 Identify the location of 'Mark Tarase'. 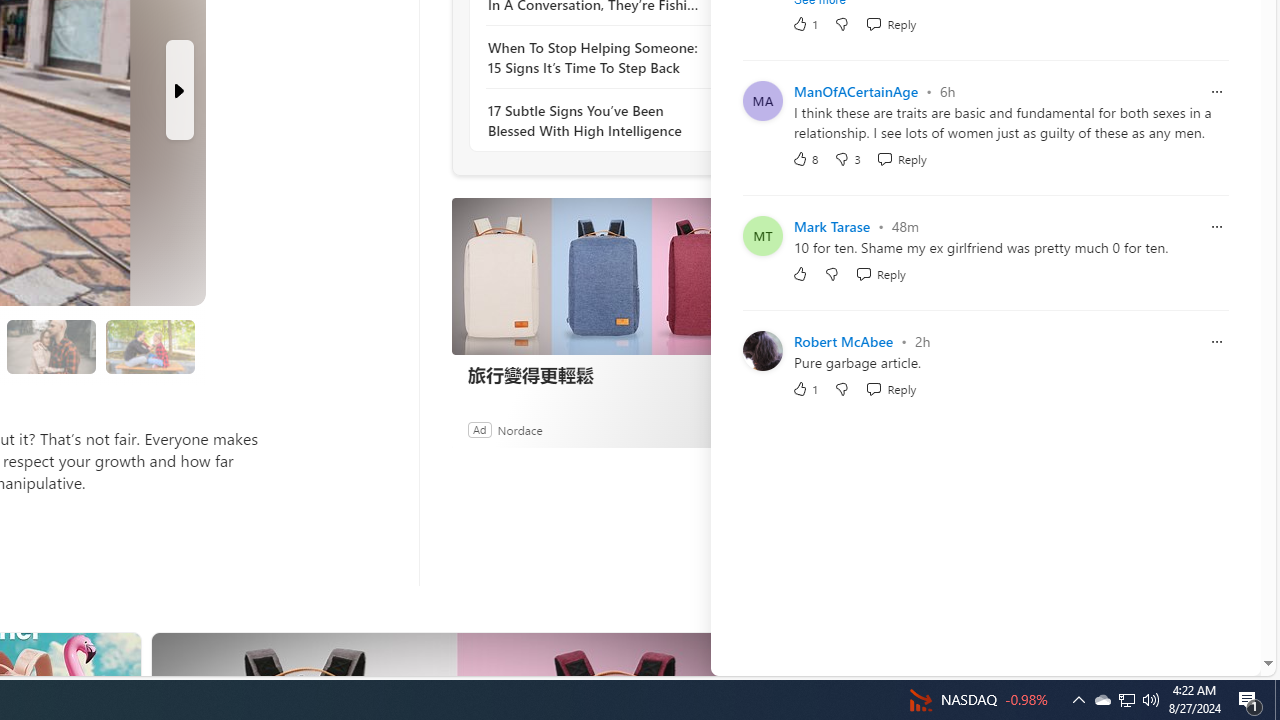
(832, 225).